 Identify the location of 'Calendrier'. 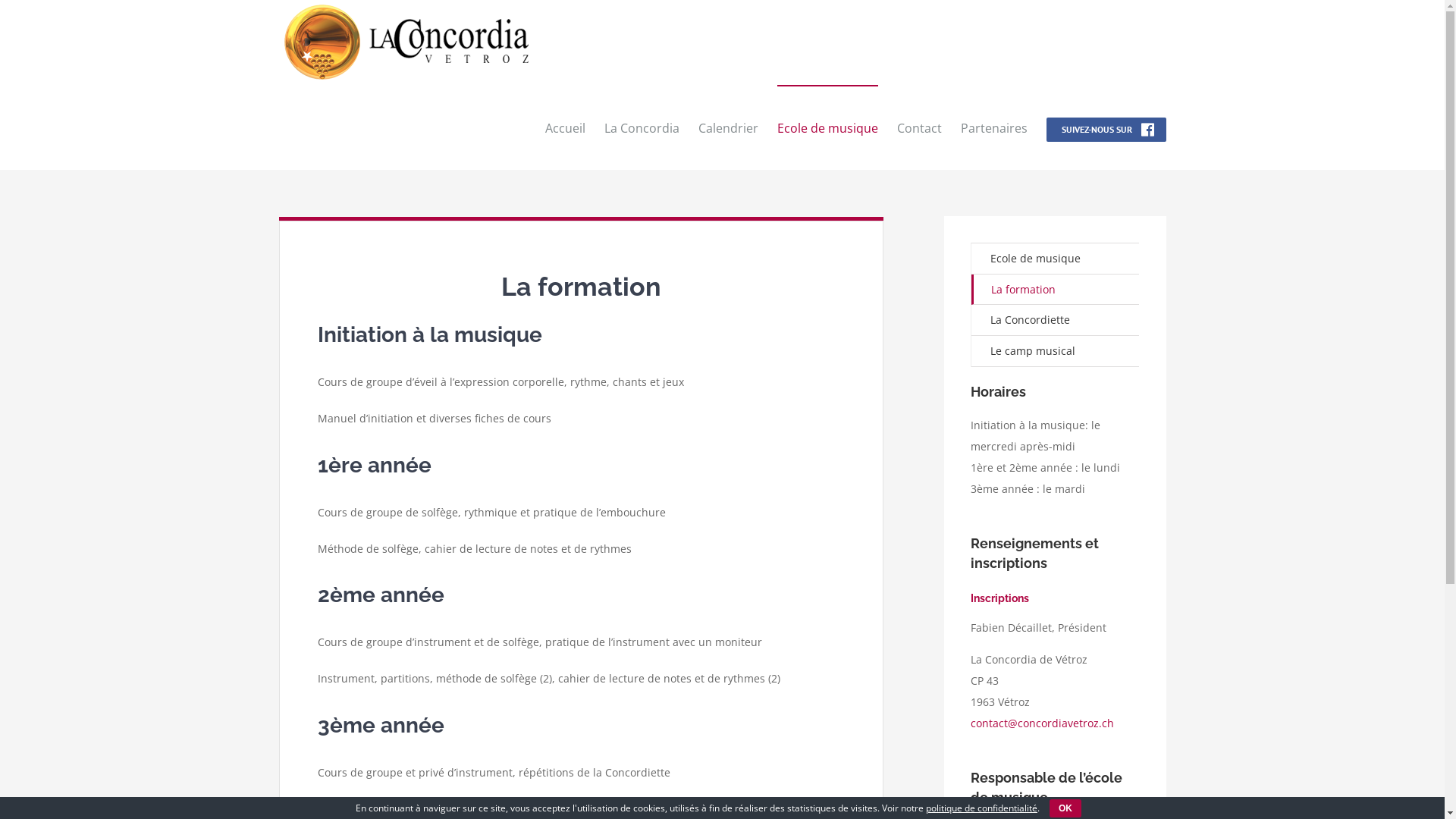
(726, 127).